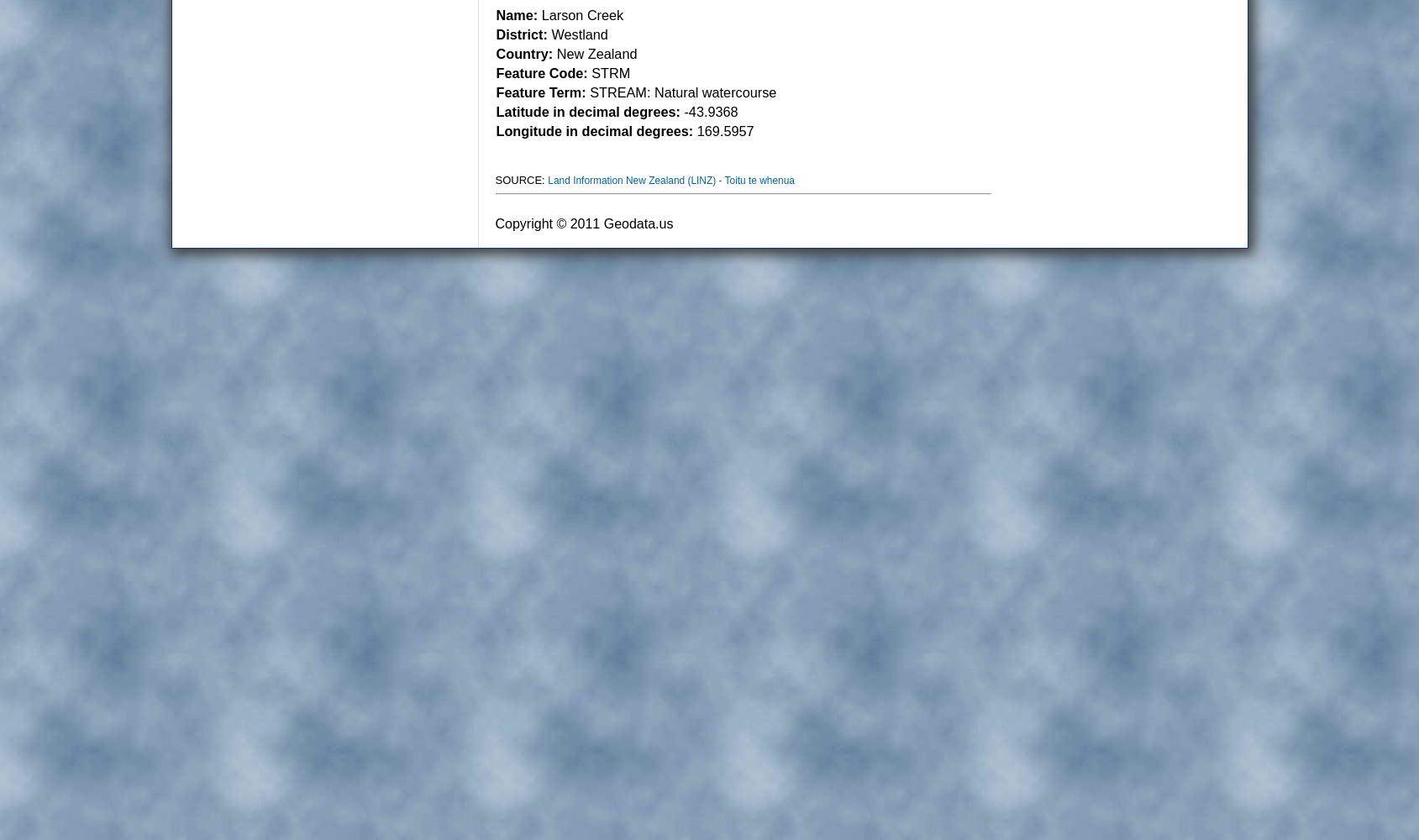  What do you see at coordinates (520, 34) in the screenshot?
I see `'District:'` at bounding box center [520, 34].